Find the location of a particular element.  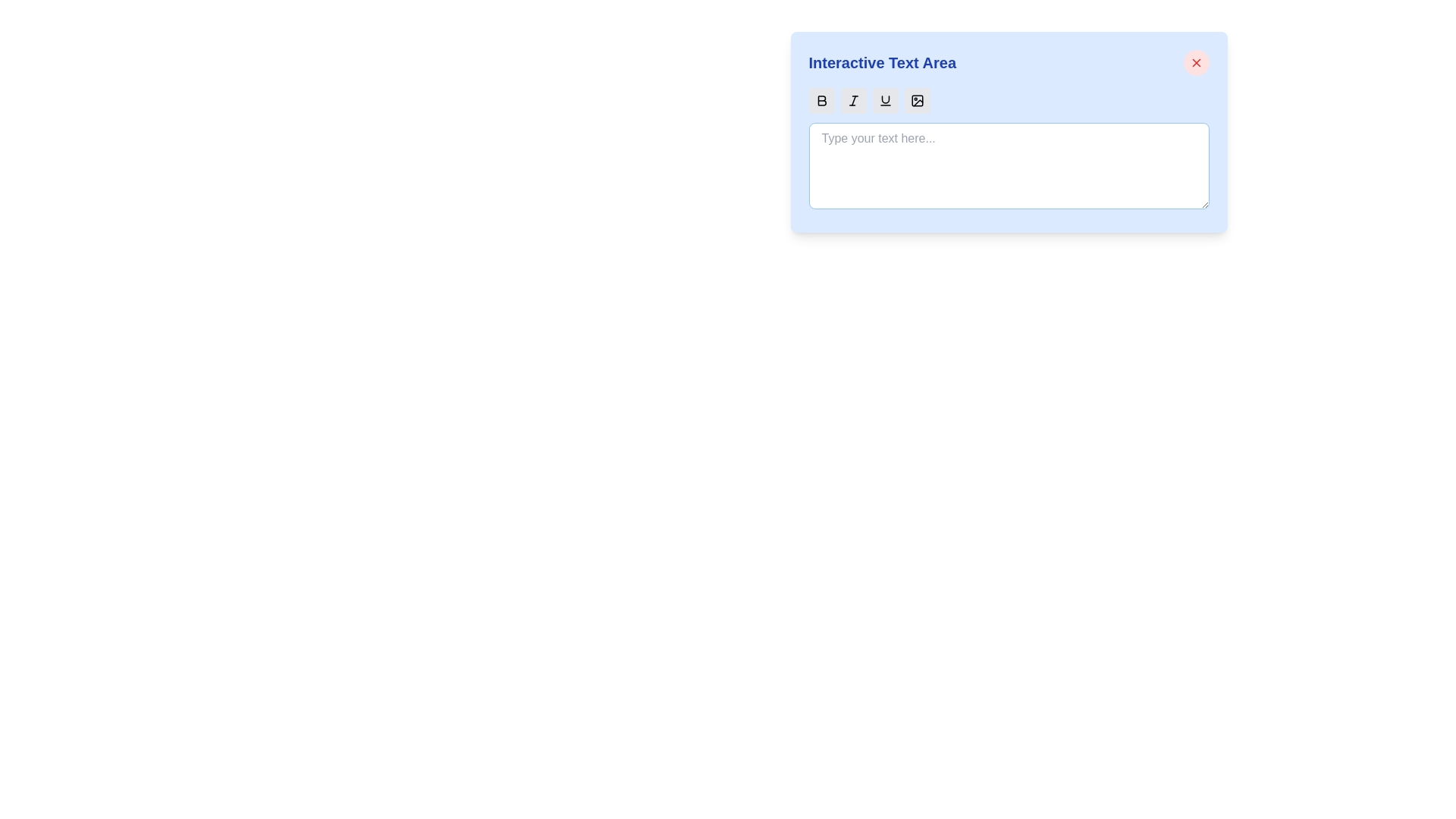

the fourth icon button in the toolbar at the top-right section of the Interactive Text Area, which has a light gray background and an image icon is located at coordinates (916, 100).